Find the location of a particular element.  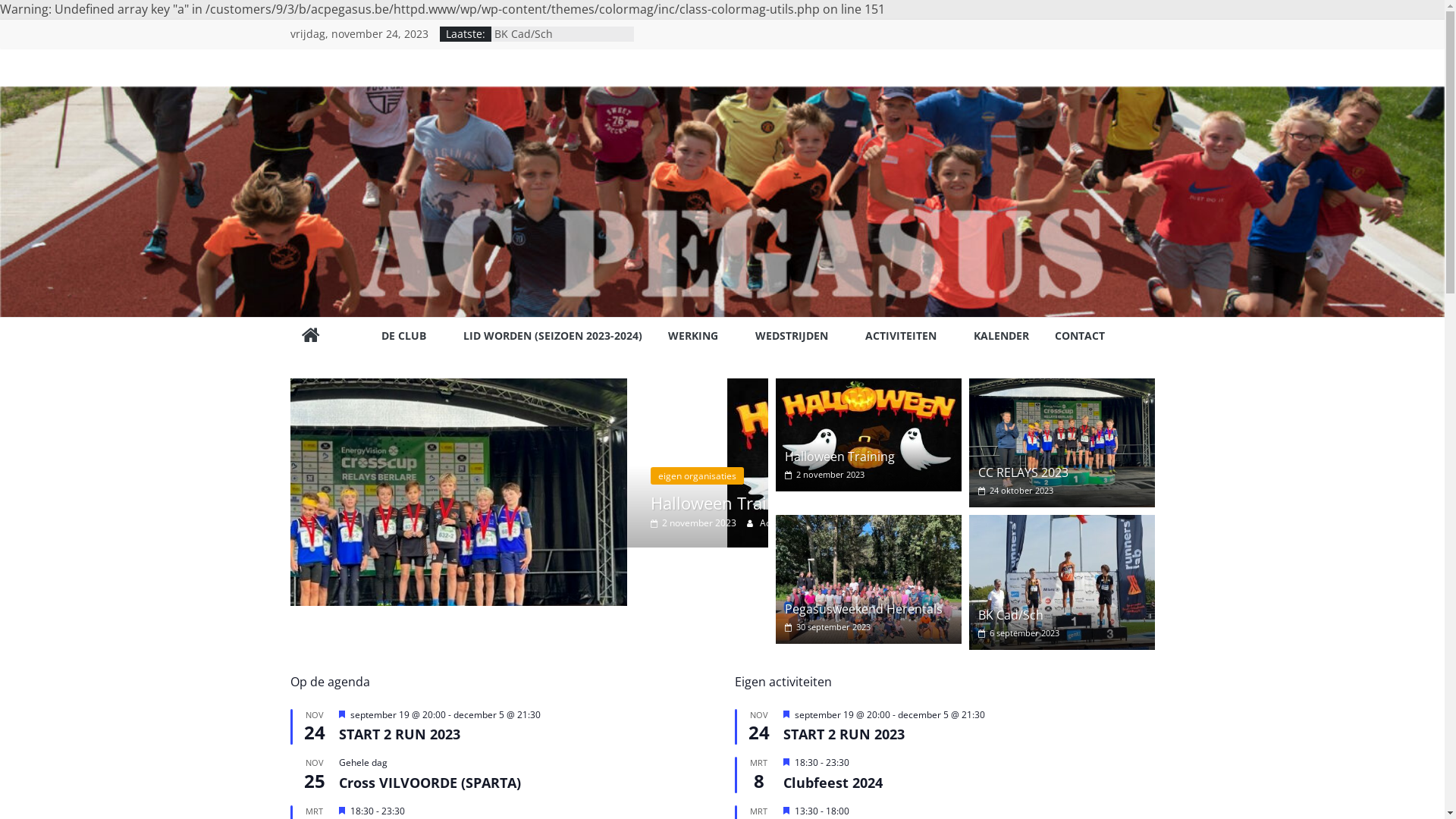

'Pegasusweekend Herentals' is located at coordinates (868, 579).